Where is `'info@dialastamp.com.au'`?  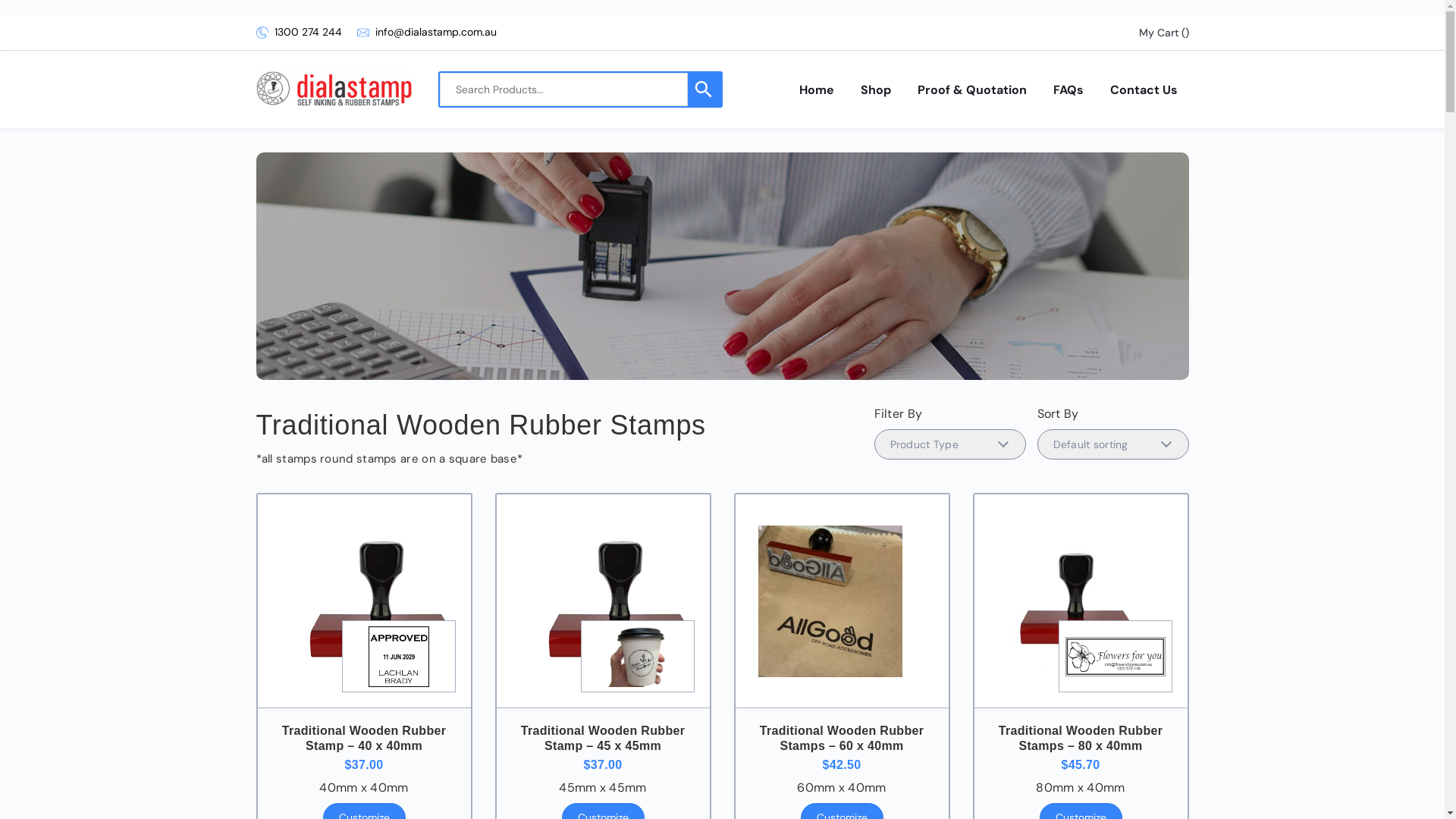
'info@dialastamp.com.au' is located at coordinates (425, 32).